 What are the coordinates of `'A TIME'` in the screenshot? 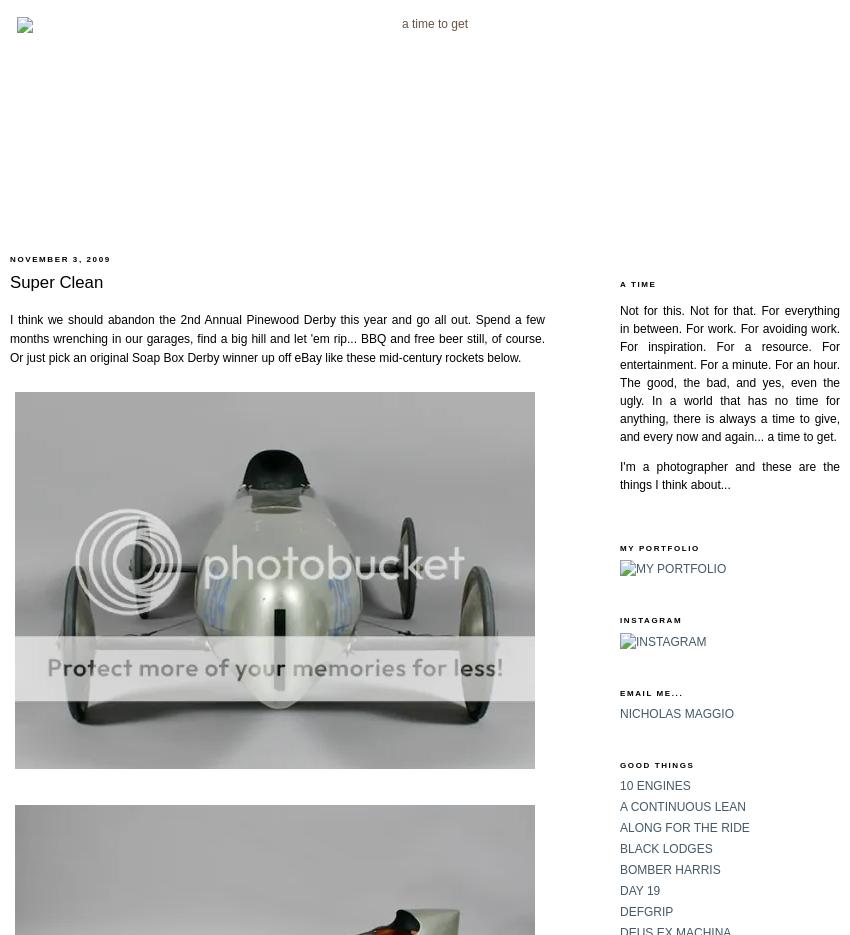 It's located at (638, 283).